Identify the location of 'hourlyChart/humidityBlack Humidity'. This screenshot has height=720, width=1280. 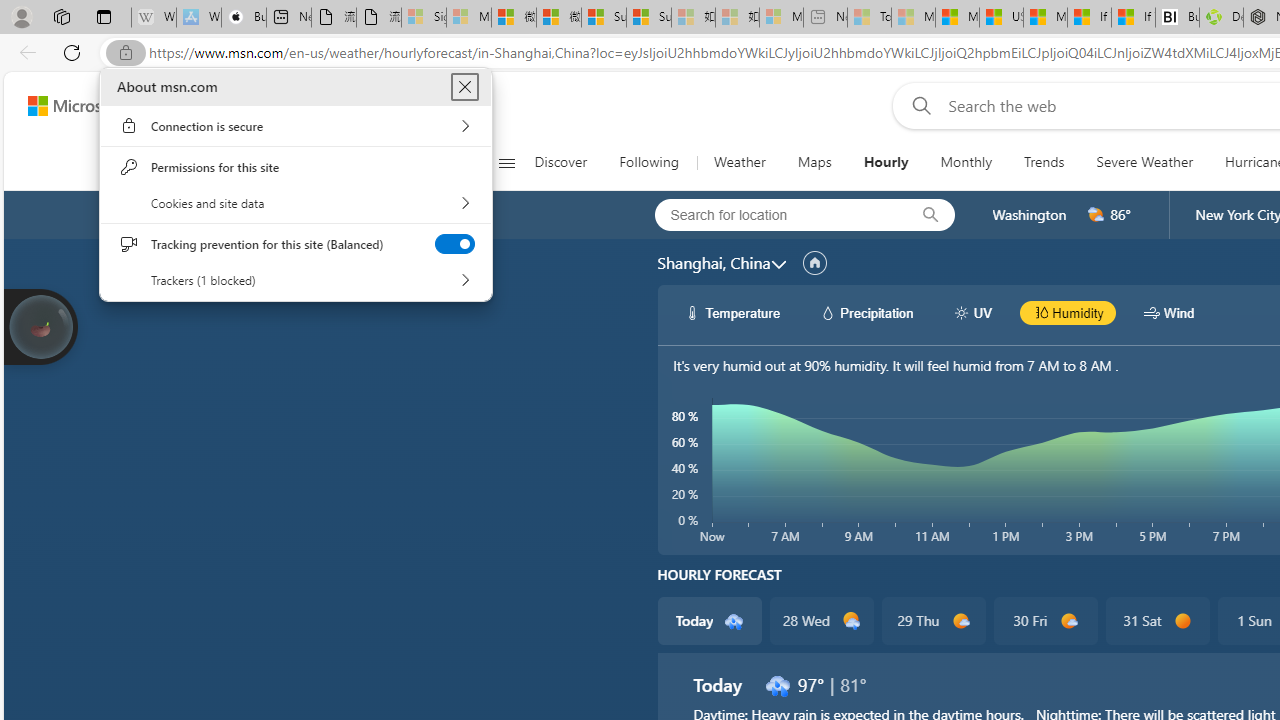
(1067, 312).